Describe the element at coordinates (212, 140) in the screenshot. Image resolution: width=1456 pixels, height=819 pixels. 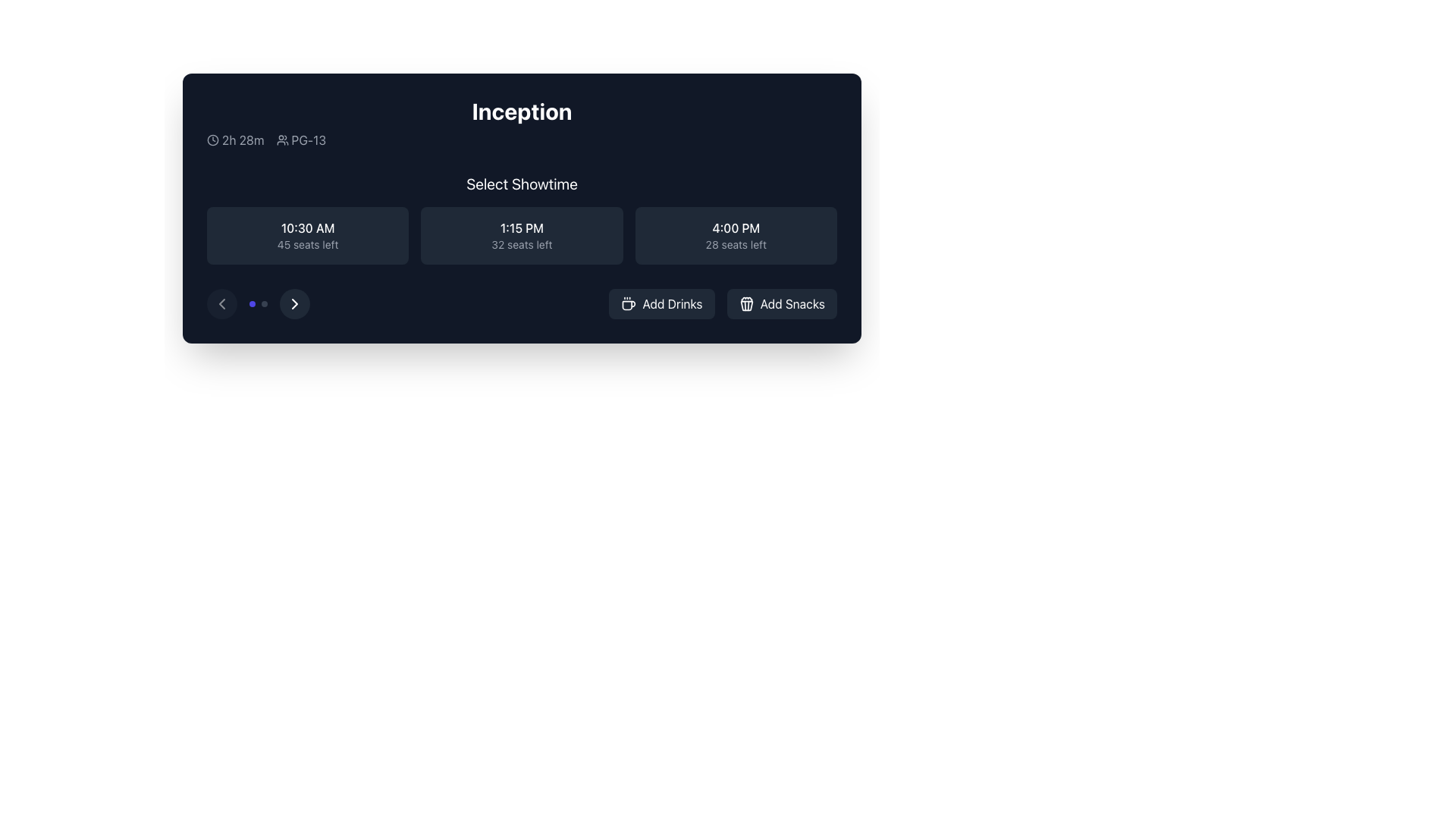
I see `the decorative graphic icon representing a clock, located in the left section of the interface, aligned horizontally with the '2h 28m' text to its right` at that location.